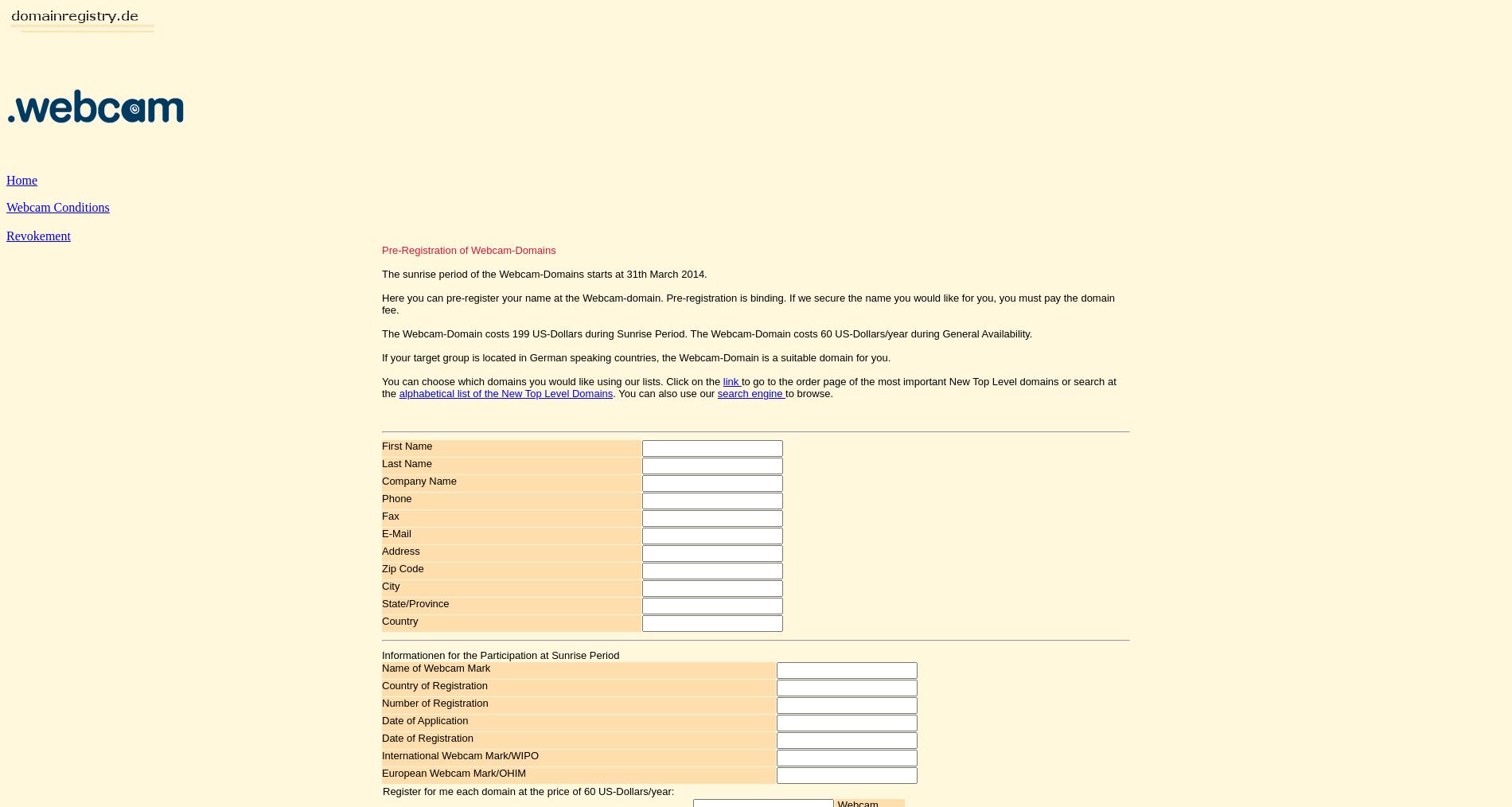 The height and width of the screenshot is (807, 1512). I want to click on 'European Webcam  Mark/OHIM', so click(454, 773).